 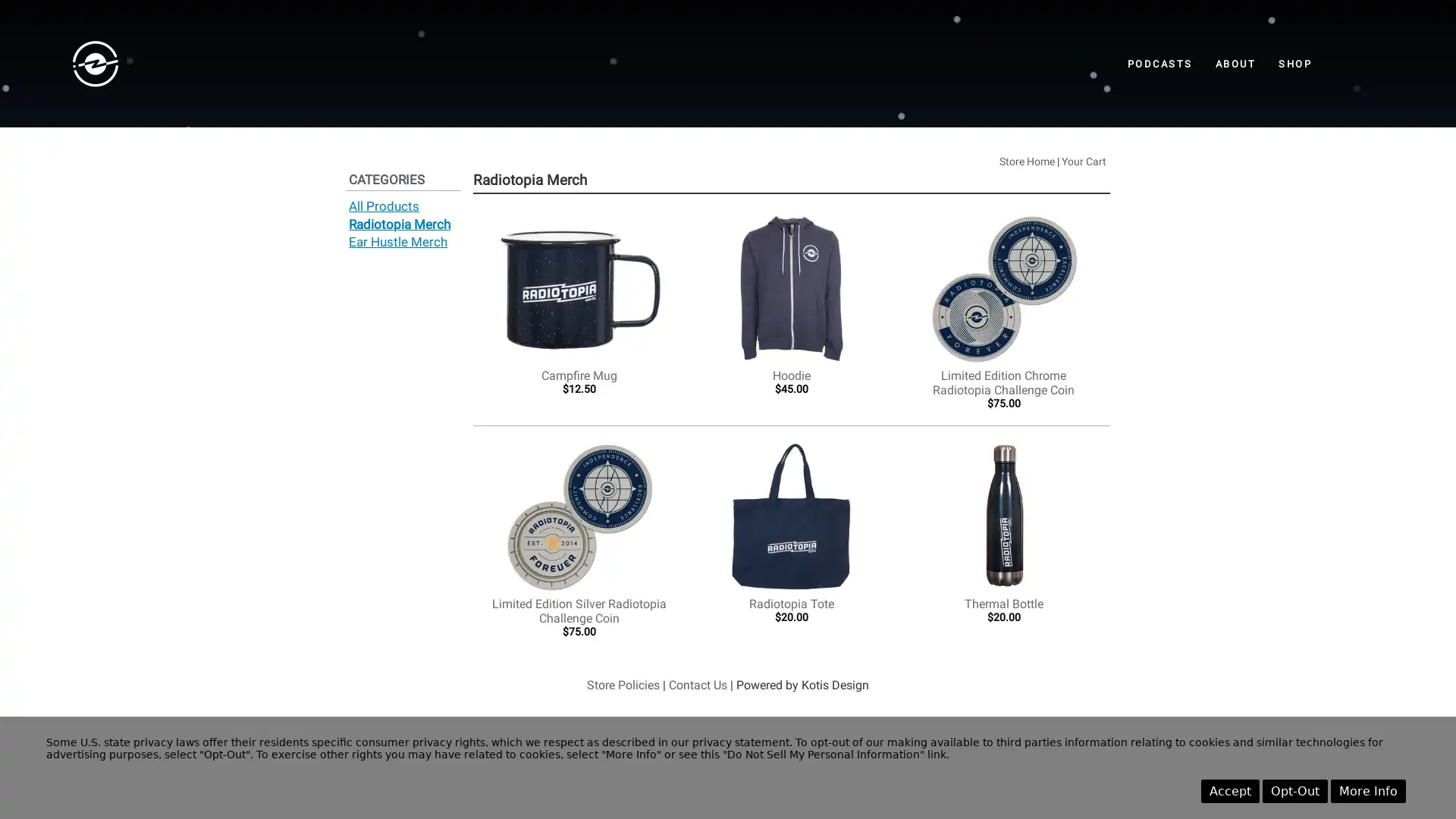 I want to click on Accept, so click(x=1230, y=790).